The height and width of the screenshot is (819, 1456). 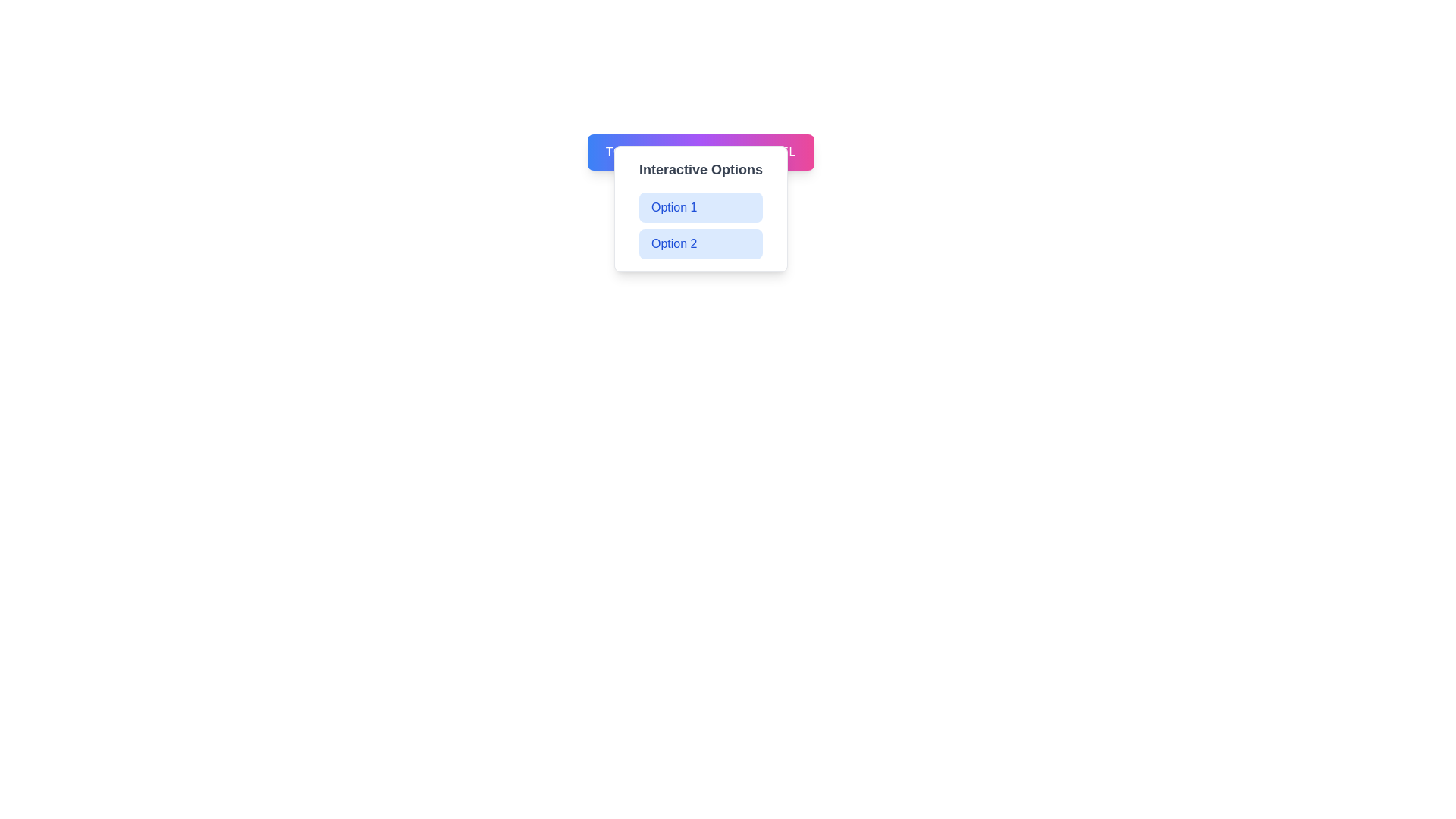 What do you see at coordinates (700, 169) in the screenshot?
I see `the text label displaying 'Interactive Options', which is styled in bold and dark gray, located at the top of the dropdown menu` at bounding box center [700, 169].